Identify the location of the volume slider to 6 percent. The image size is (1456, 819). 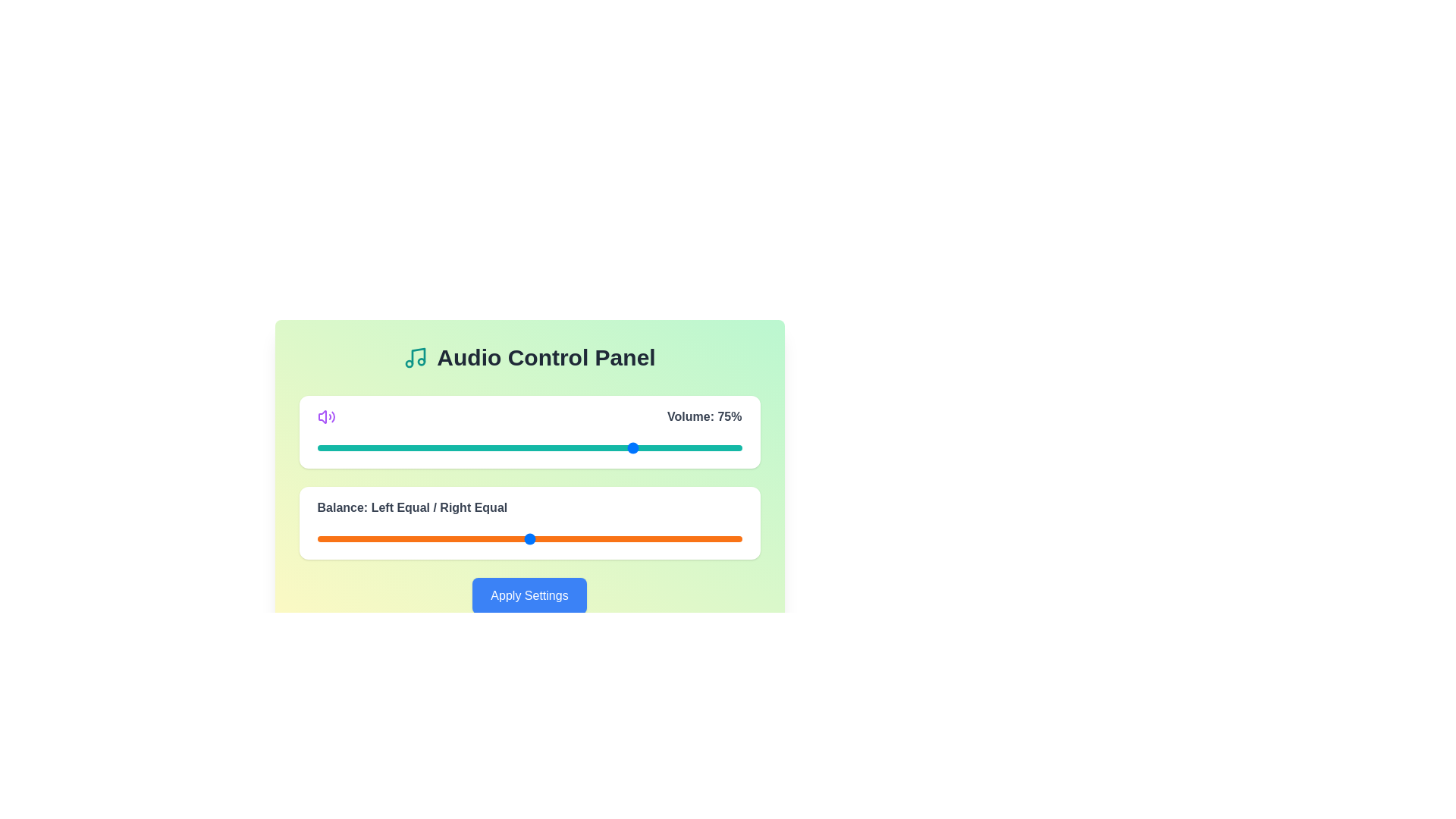
(342, 447).